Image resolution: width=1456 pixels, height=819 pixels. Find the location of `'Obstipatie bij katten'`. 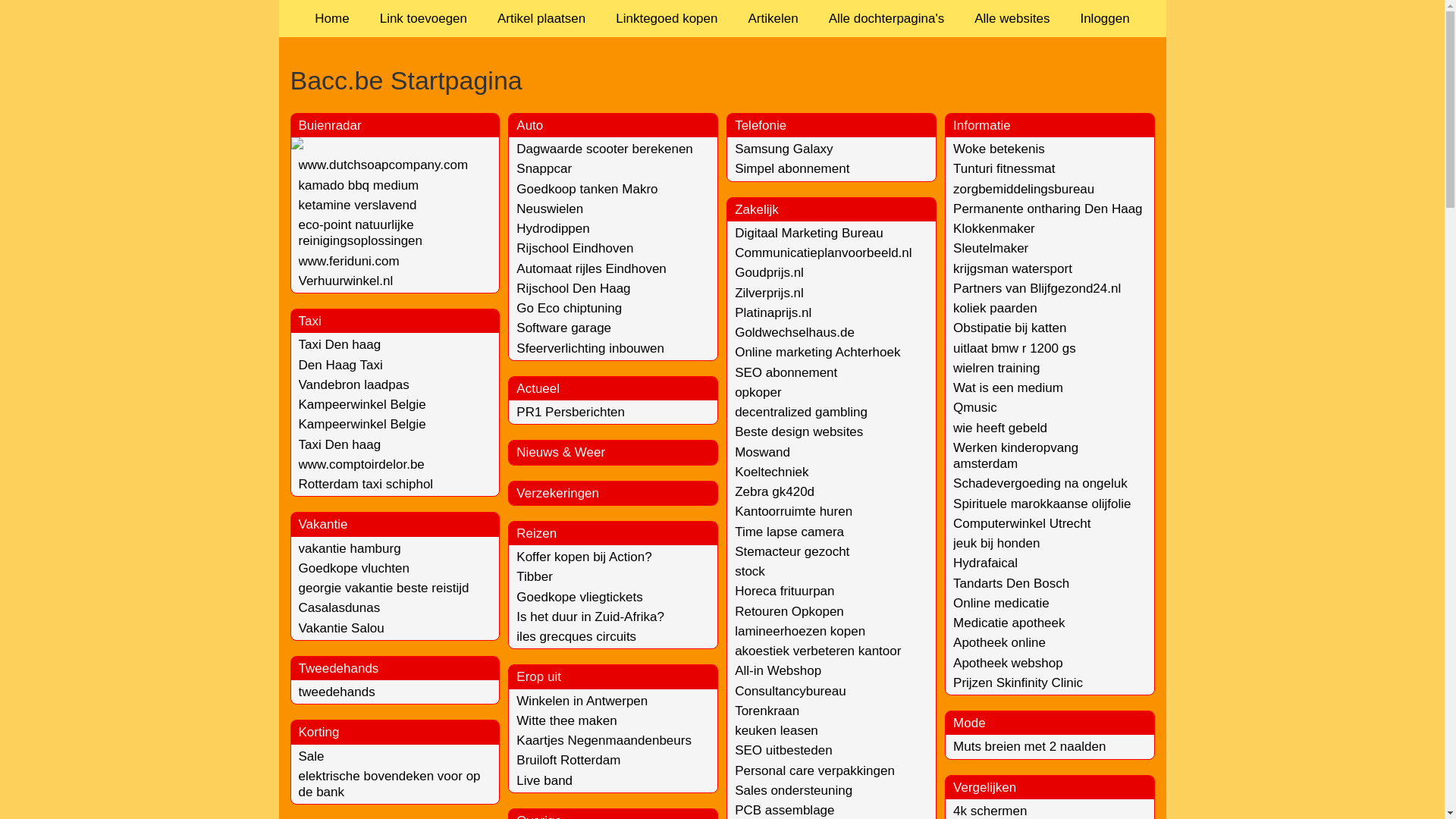

'Obstipatie bij katten' is located at coordinates (1009, 327).